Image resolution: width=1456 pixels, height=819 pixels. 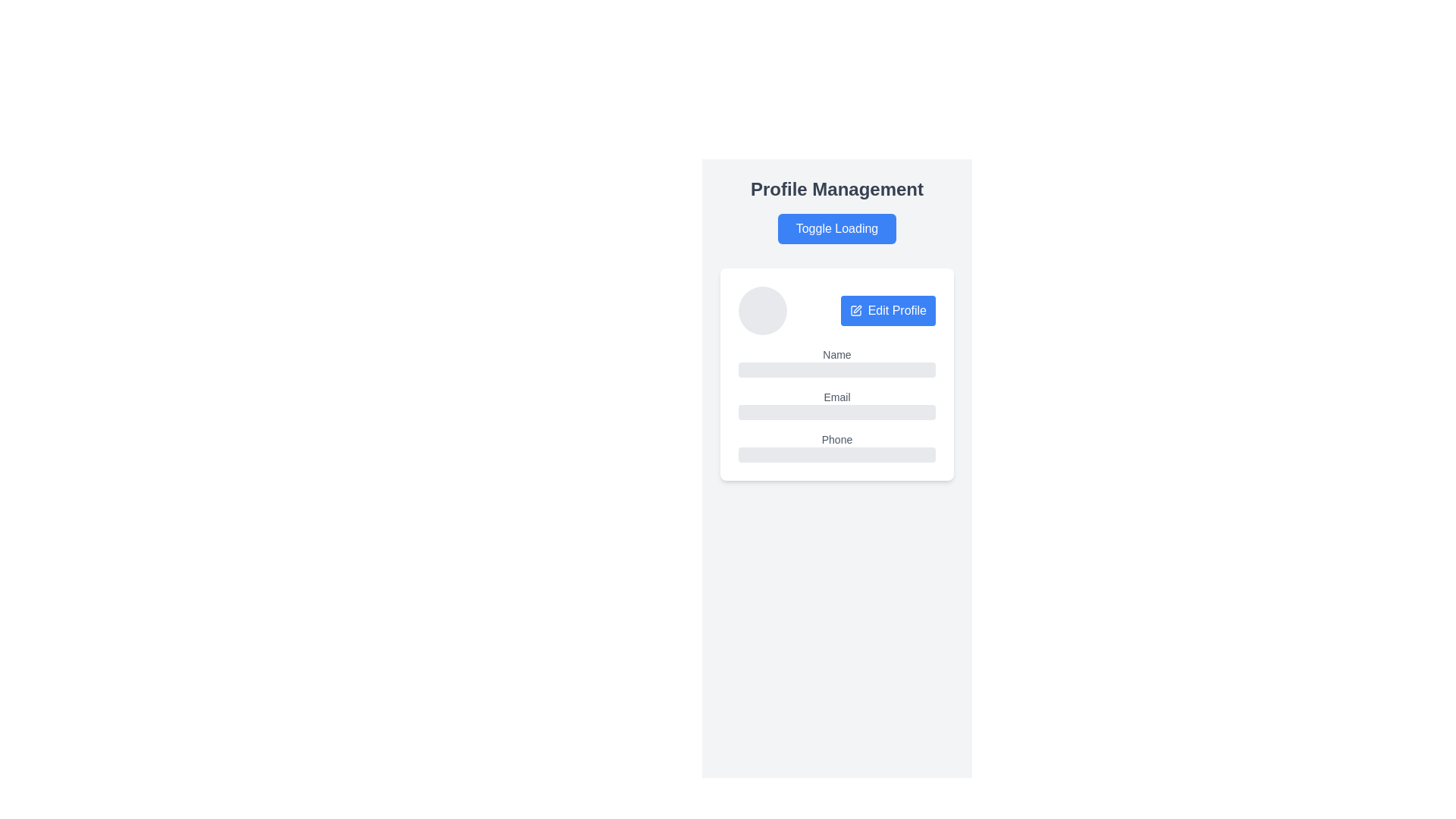 I want to click on the editing icon within the 'Edit Profile' button, which serves as a static visual indicator for profile editing functionality, so click(x=855, y=309).